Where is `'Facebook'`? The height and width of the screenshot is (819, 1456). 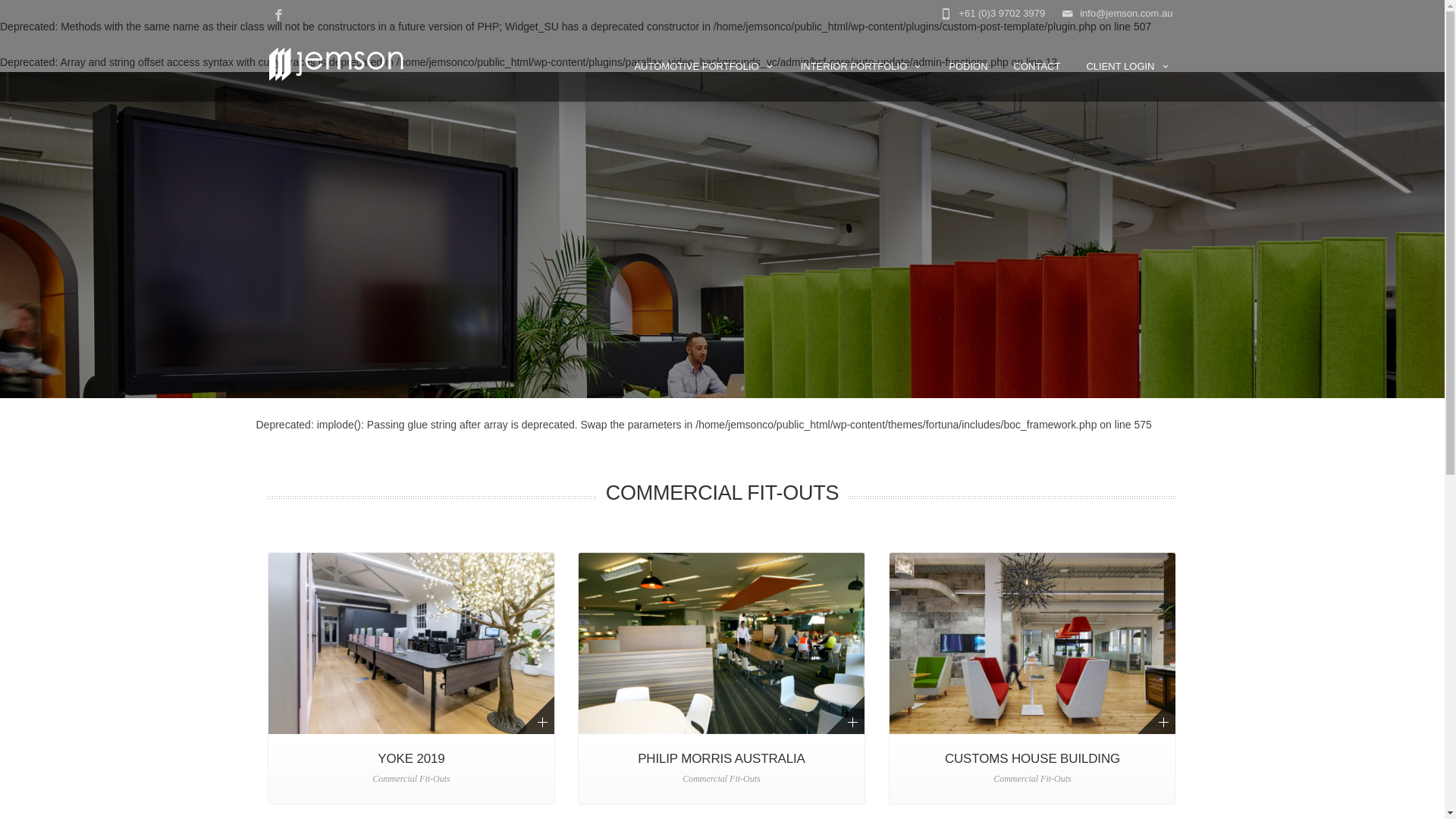 'Facebook' is located at coordinates (278, 14).